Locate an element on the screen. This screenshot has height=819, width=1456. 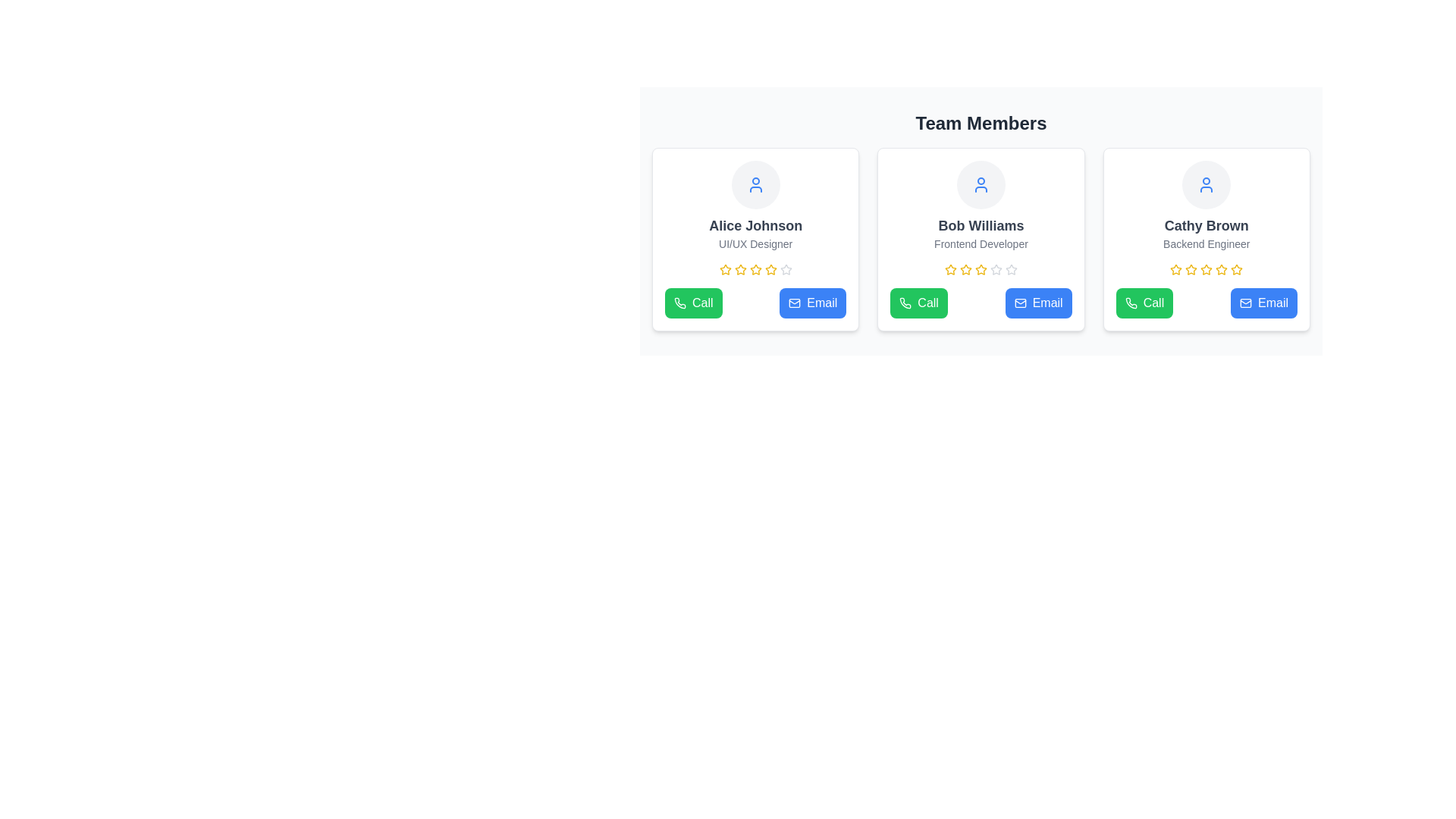
the fifth star icon in the rating row under the 'Alice Johnson' card, which has a yellow outline and is part of the 'Team Members' section is located at coordinates (770, 268).